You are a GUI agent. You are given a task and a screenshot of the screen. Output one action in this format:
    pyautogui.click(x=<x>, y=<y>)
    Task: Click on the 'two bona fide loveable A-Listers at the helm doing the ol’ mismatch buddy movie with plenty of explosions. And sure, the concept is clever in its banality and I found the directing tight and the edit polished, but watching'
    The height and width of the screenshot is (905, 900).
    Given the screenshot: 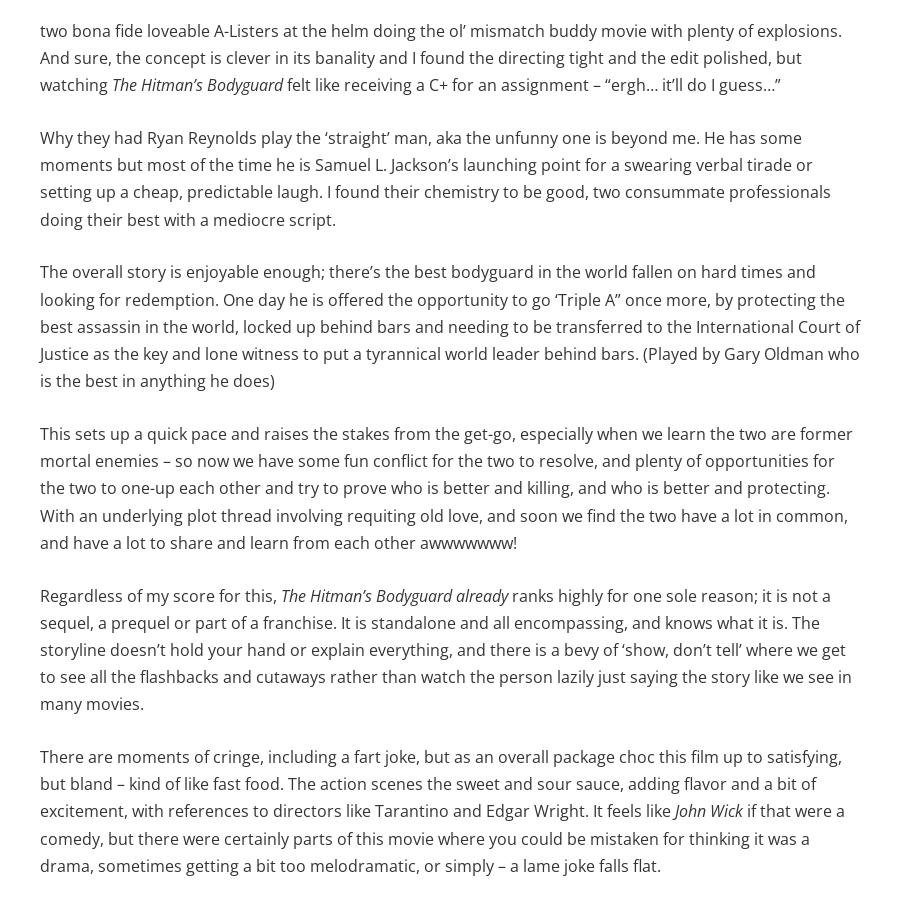 What is the action you would take?
    pyautogui.click(x=441, y=57)
    